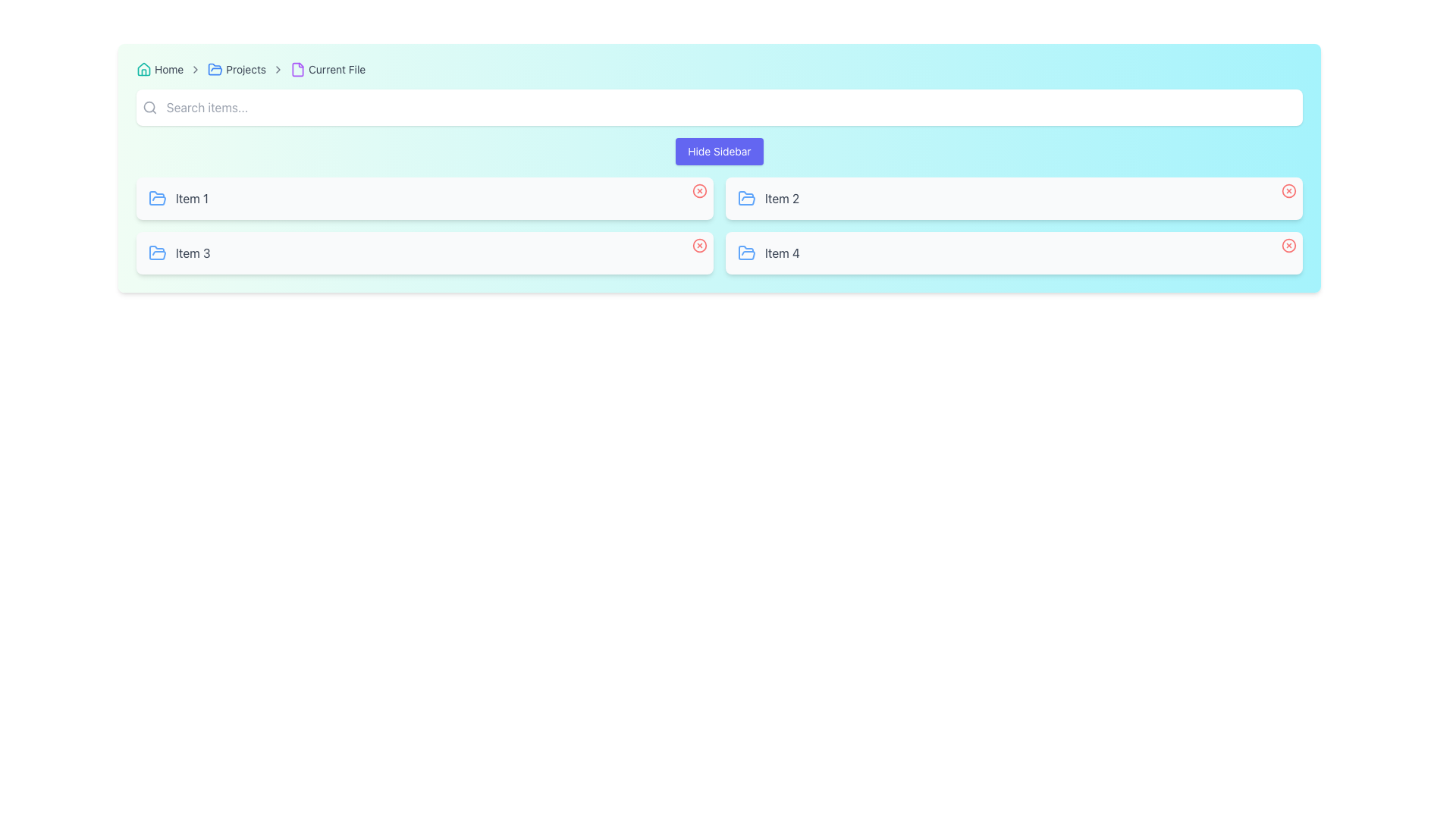 The height and width of the screenshot is (819, 1456). I want to click on the text label reading 'Item 2', which is styled in gray and positioned between a blue folder icon and a red 'X' icon in a structured row, so click(782, 198).